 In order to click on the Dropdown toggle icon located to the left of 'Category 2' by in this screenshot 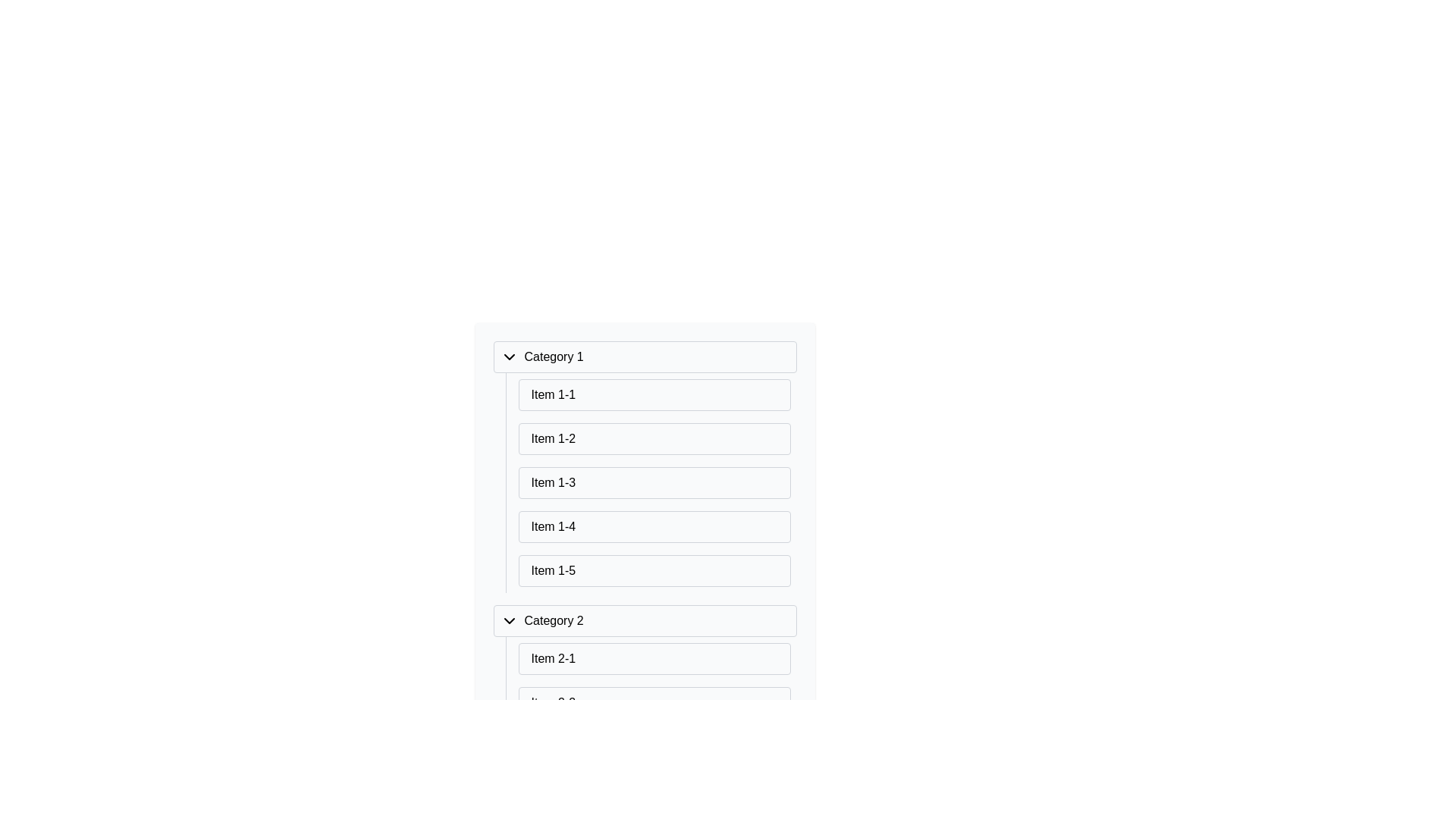, I will do `click(509, 620)`.